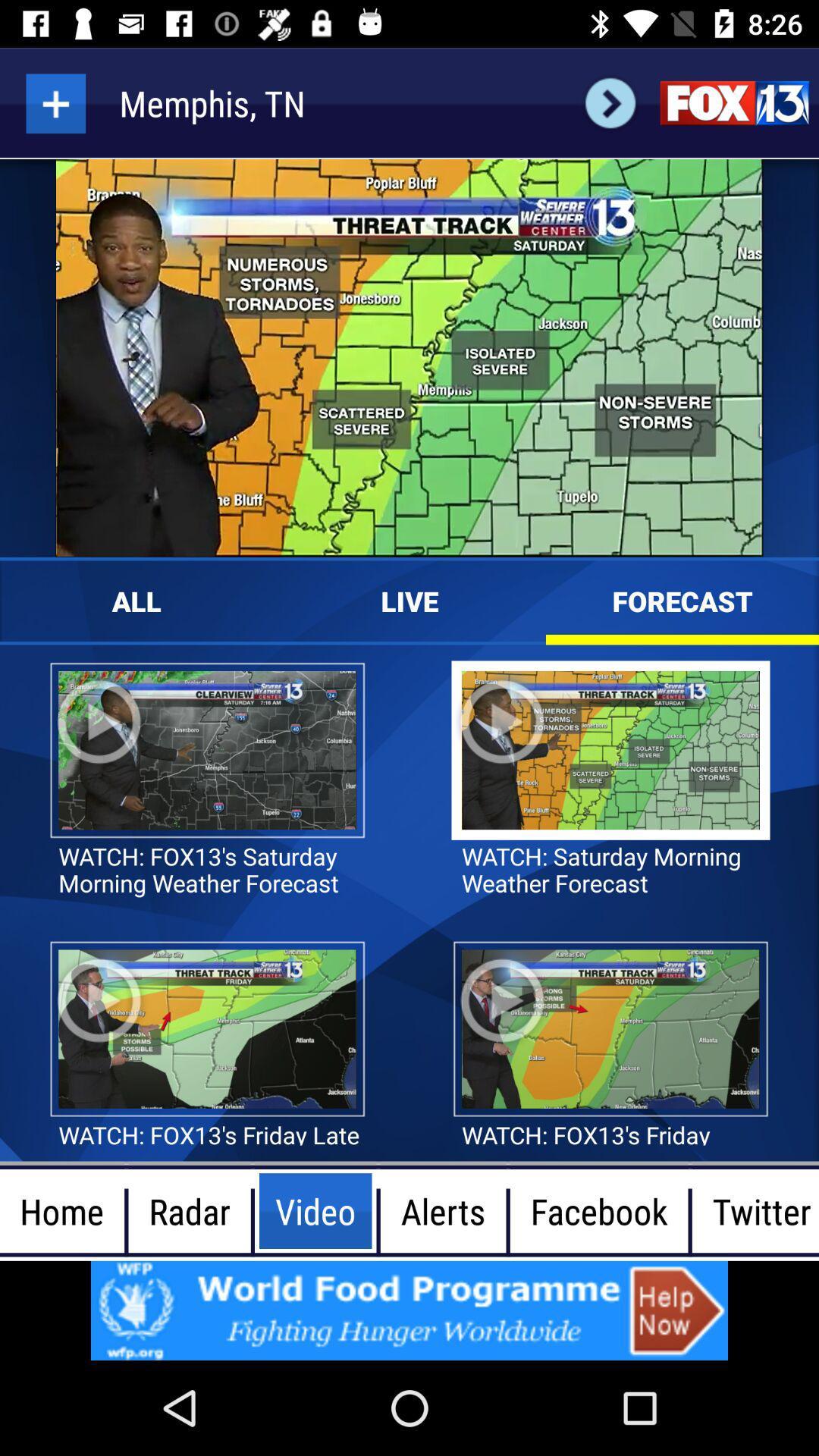  What do you see at coordinates (207, 750) in the screenshot?
I see `image below all` at bounding box center [207, 750].